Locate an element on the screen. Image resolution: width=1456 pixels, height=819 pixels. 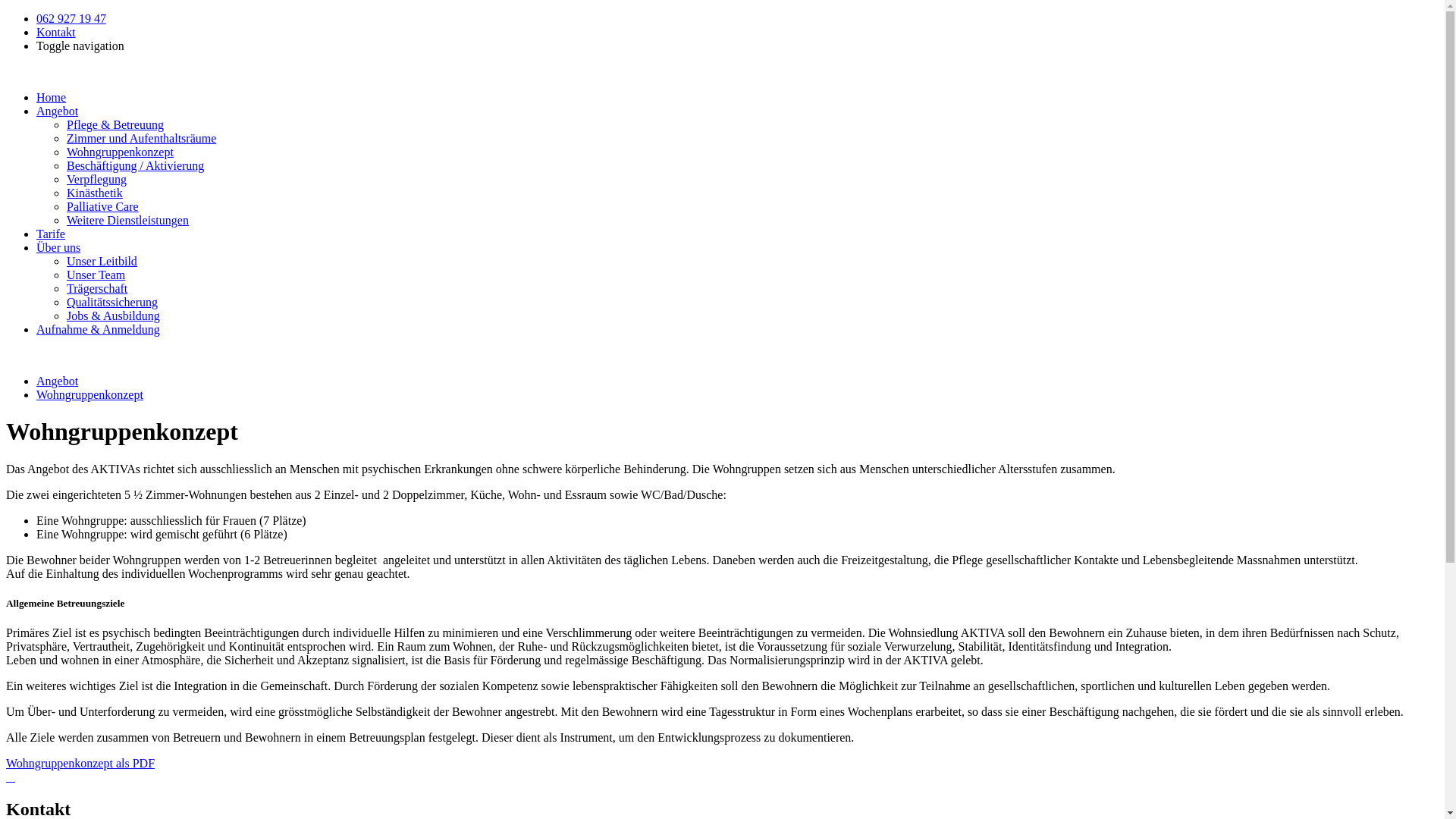
'062 927 19 47' is located at coordinates (71, 18).